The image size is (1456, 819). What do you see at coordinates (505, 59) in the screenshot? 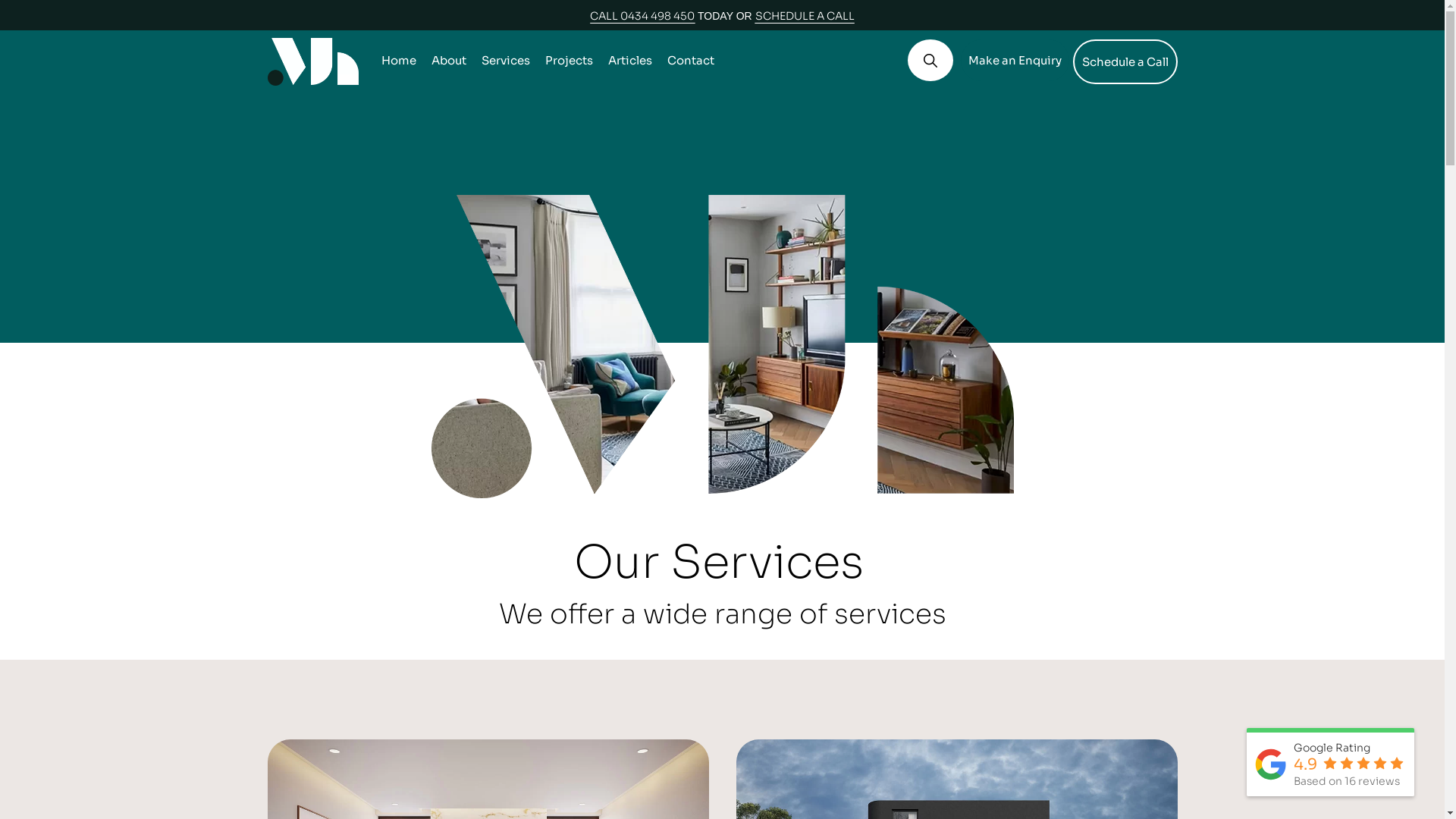
I see `'Services'` at bounding box center [505, 59].